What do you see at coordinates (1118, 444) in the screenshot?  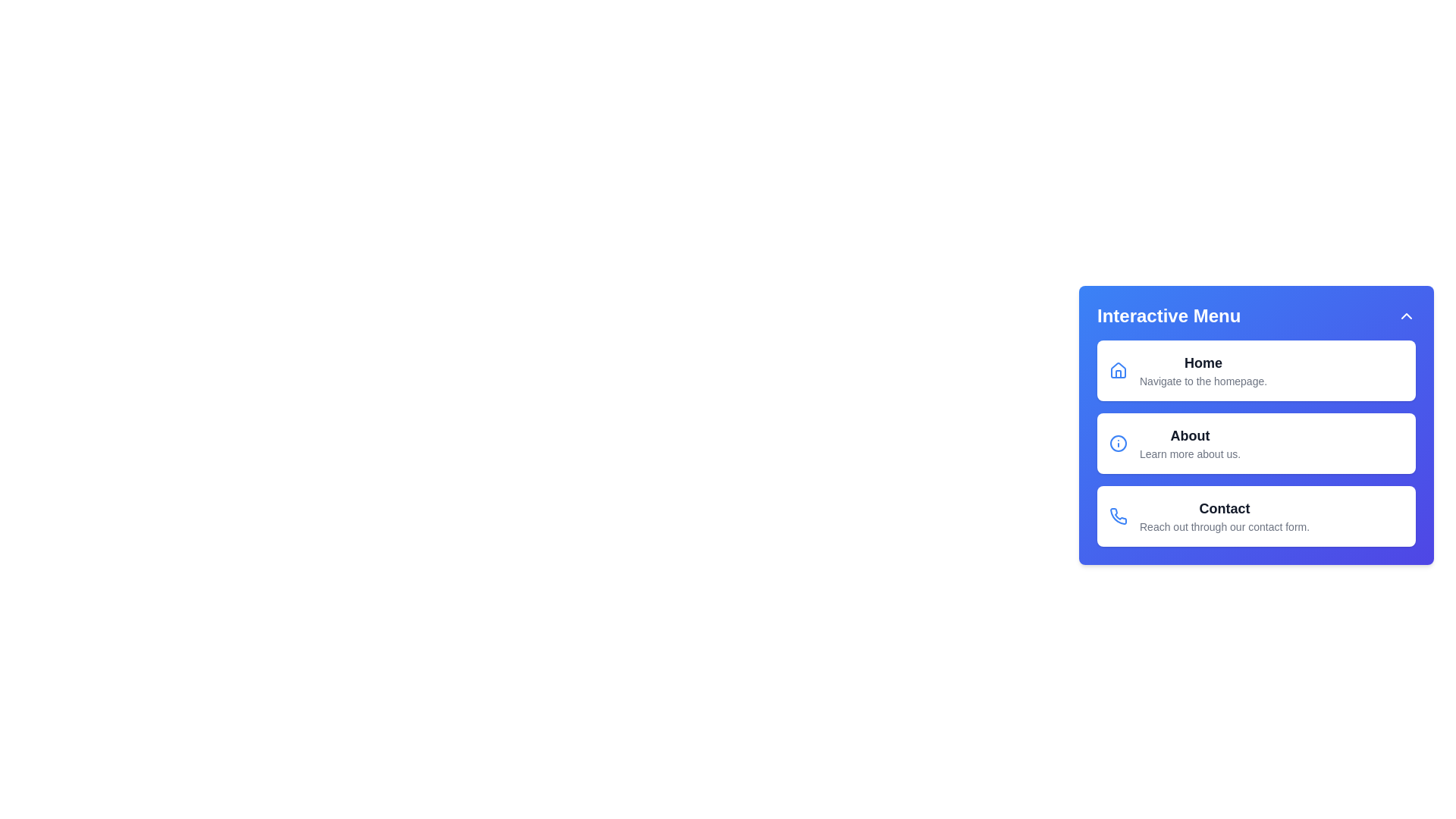 I see `the About icon to interact with it` at bounding box center [1118, 444].